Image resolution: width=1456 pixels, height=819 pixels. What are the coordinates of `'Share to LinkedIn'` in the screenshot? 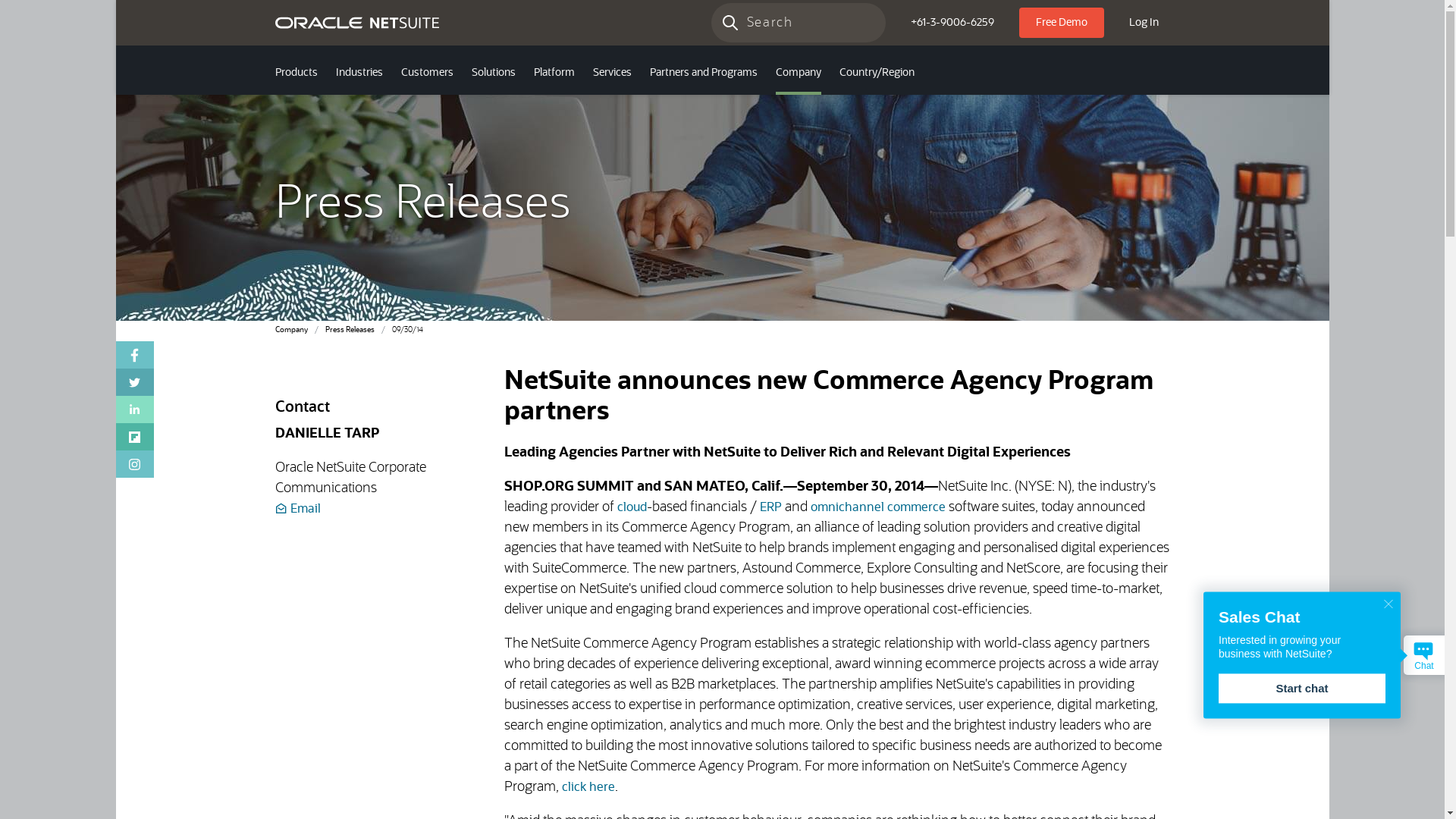 It's located at (134, 409).